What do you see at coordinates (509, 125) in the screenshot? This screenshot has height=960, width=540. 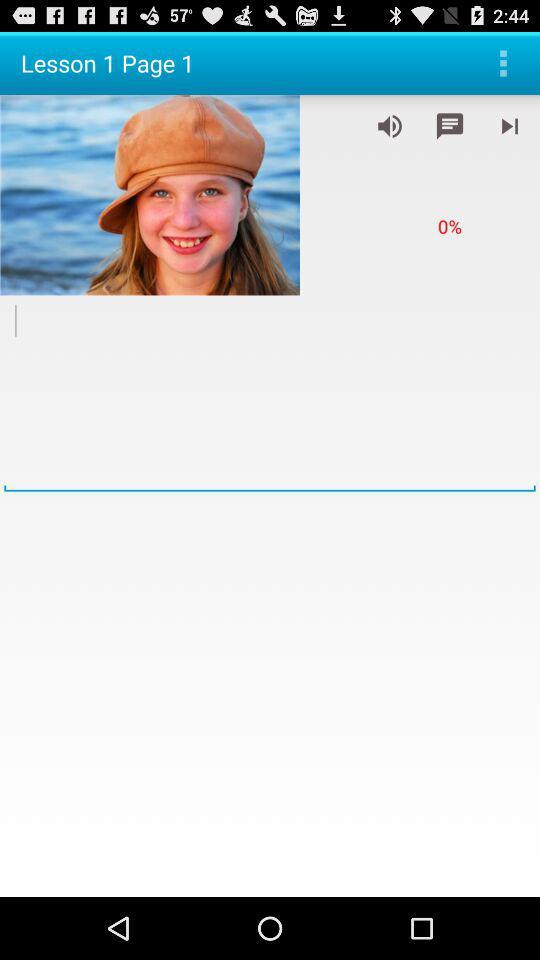 I see `skips to the final page` at bounding box center [509, 125].